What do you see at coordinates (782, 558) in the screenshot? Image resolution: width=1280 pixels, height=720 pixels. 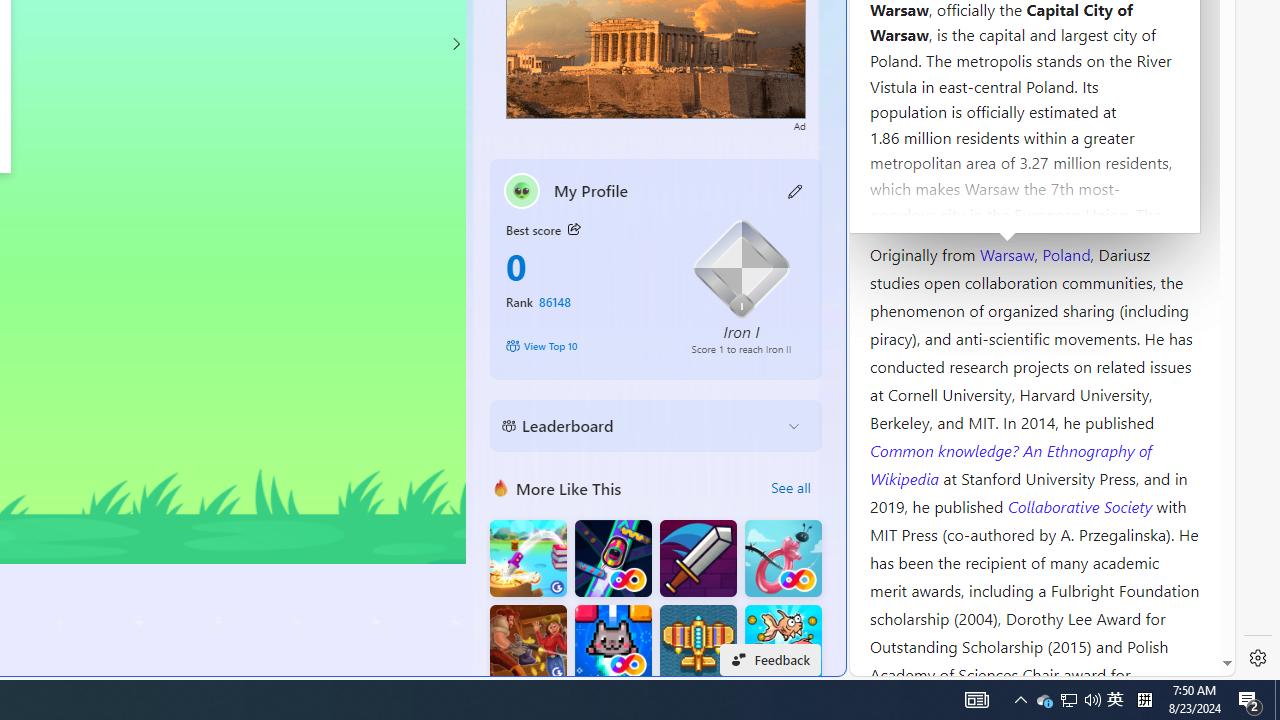 I see `'Balloon FRVR'` at bounding box center [782, 558].